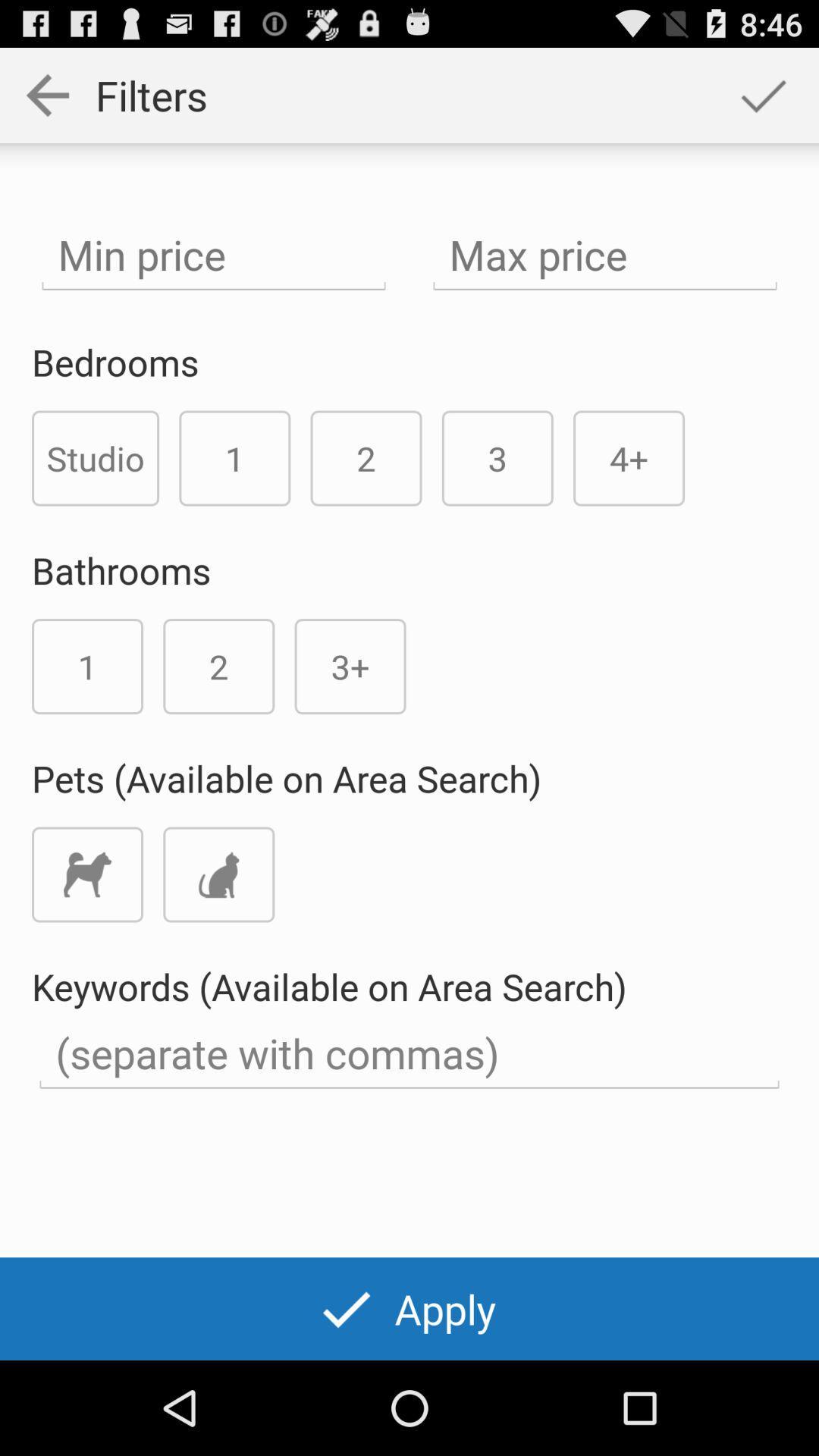 The image size is (819, 1456). Describe the element at coordinates (96, 457) in the screenshot. I see `the icon next to 1` at that location.